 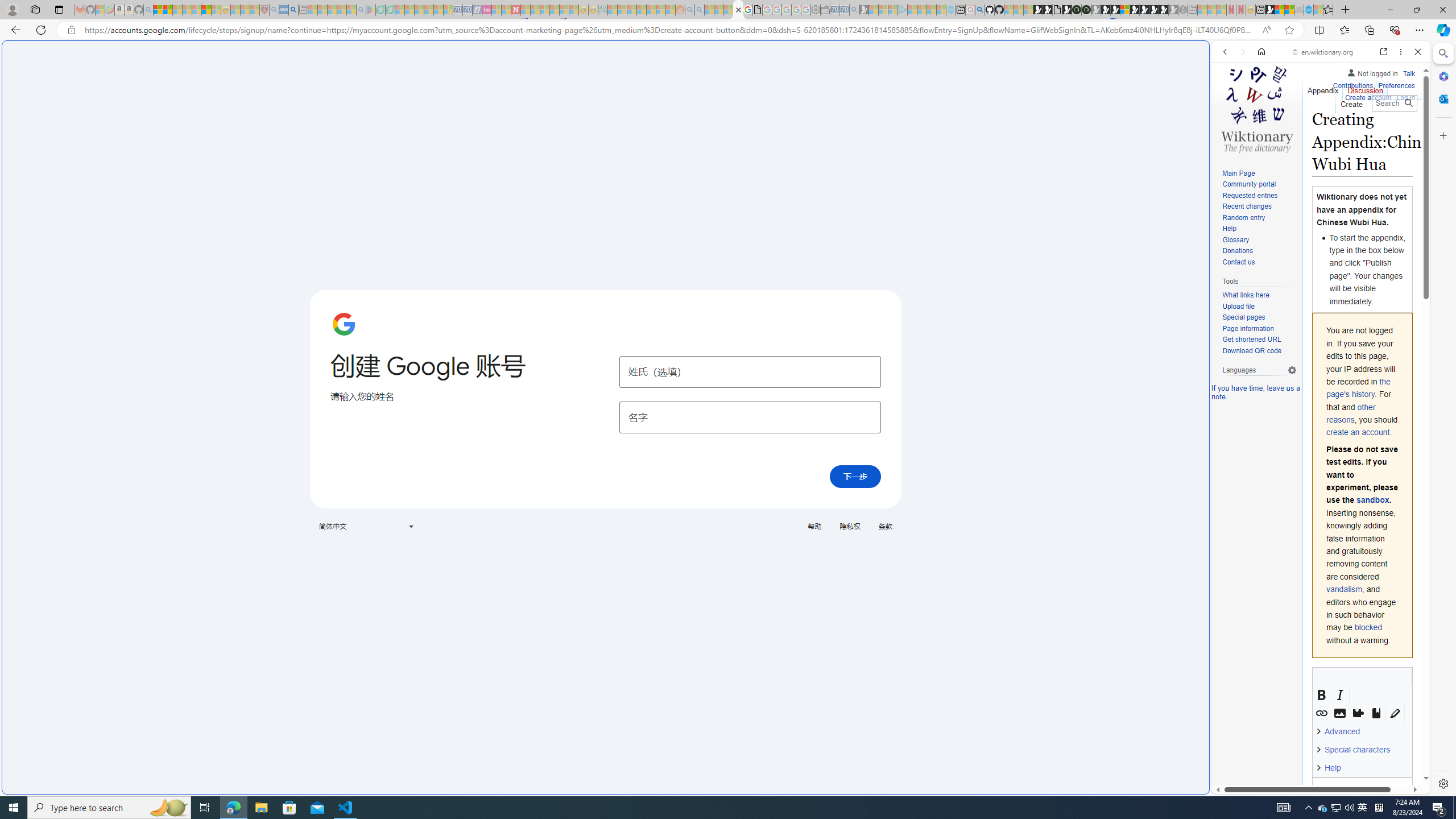 What do you see at coordinates (1368, 96) in the screenshot?
I see `'Create account'` at bounding box center [1368, 96].